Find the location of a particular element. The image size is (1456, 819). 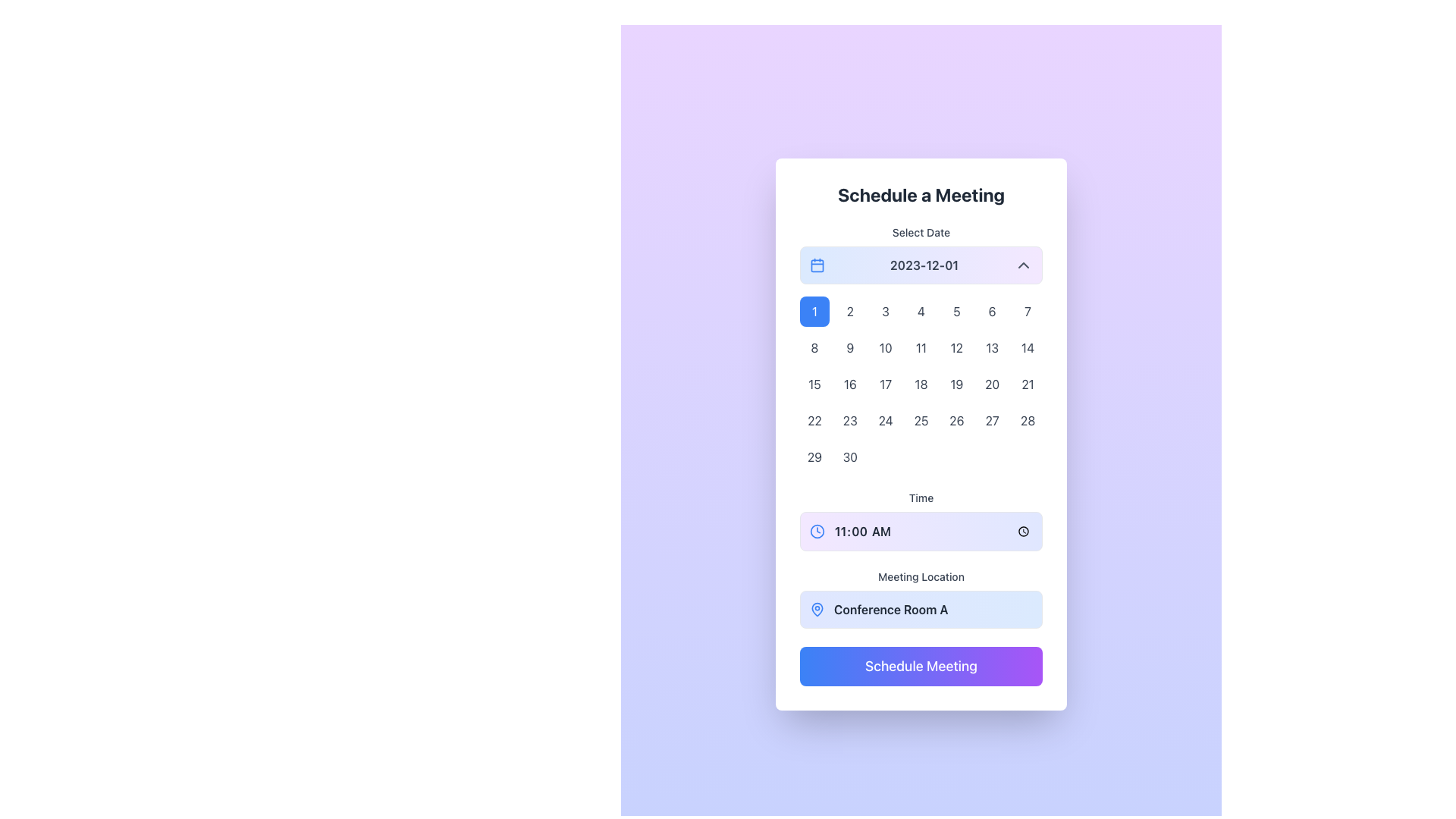

the calendar icon located to the left of the displayed date '2023-12-01' at the top section of the interface is located at coordinates (817, 265).